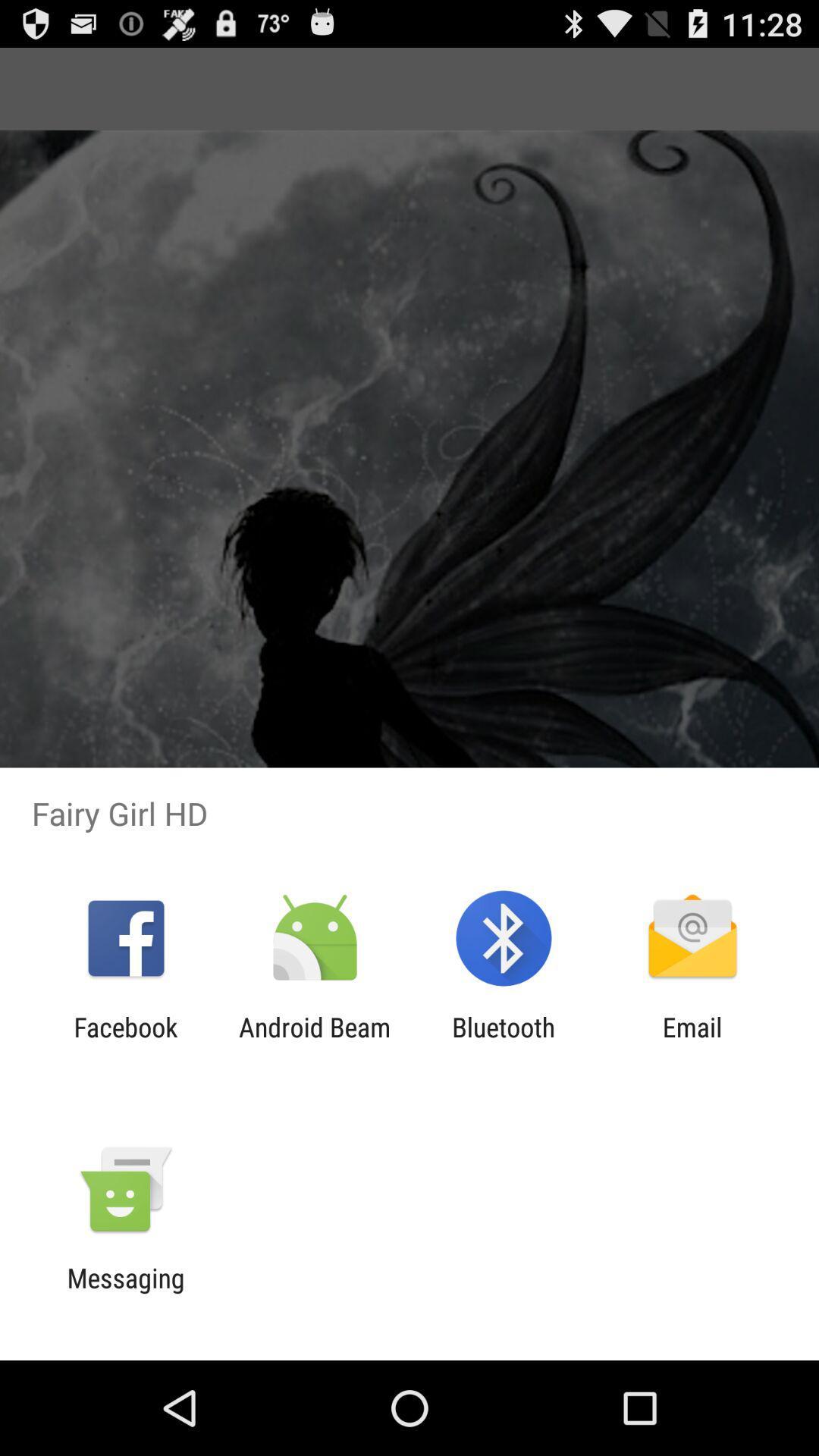 Image resolution: width=819 pixels, height=1456 pixels. I want to click on the icon to the right of android beam, so click(504, 1042).